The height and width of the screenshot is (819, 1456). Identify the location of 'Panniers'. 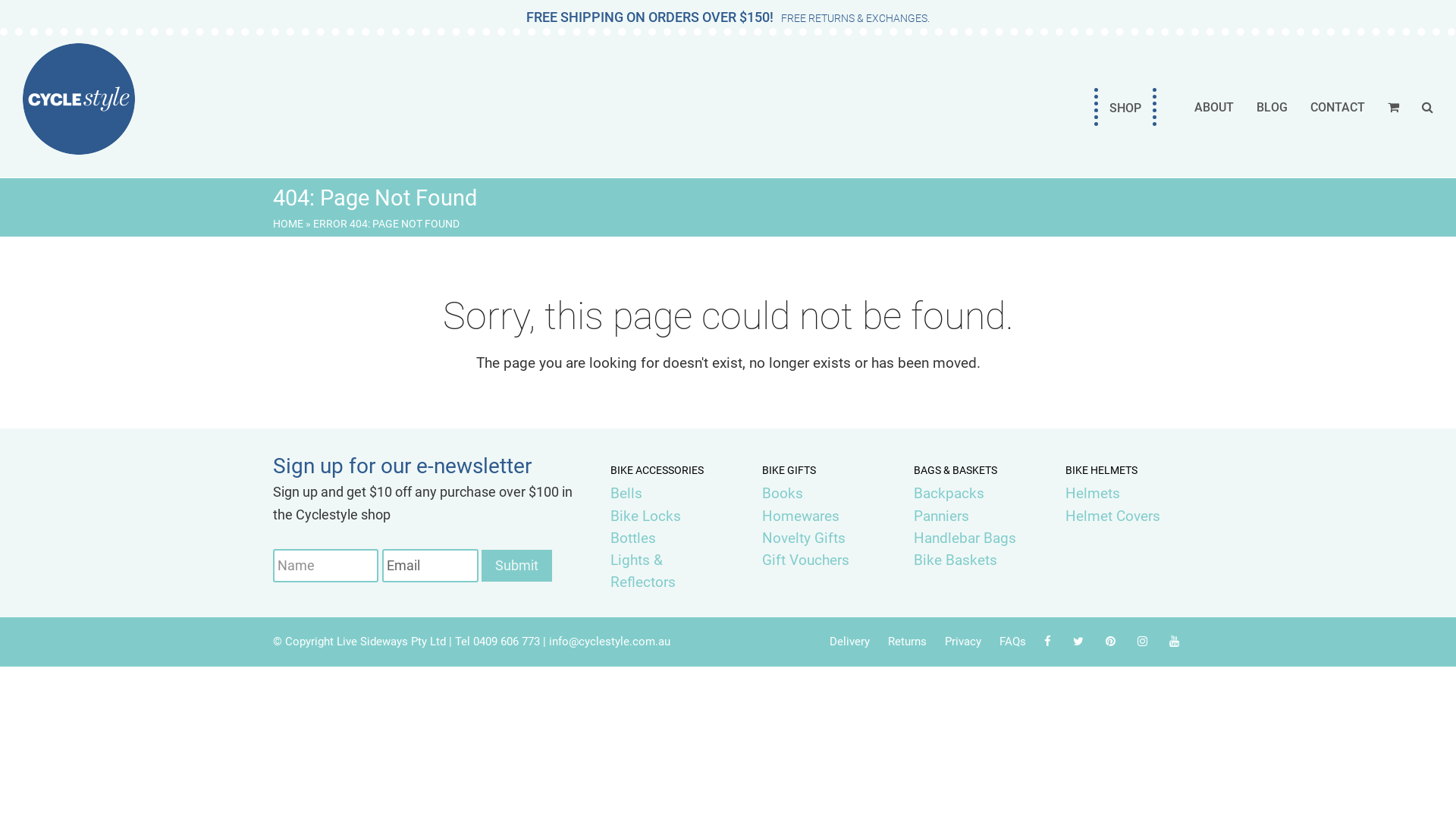
(912, 515).